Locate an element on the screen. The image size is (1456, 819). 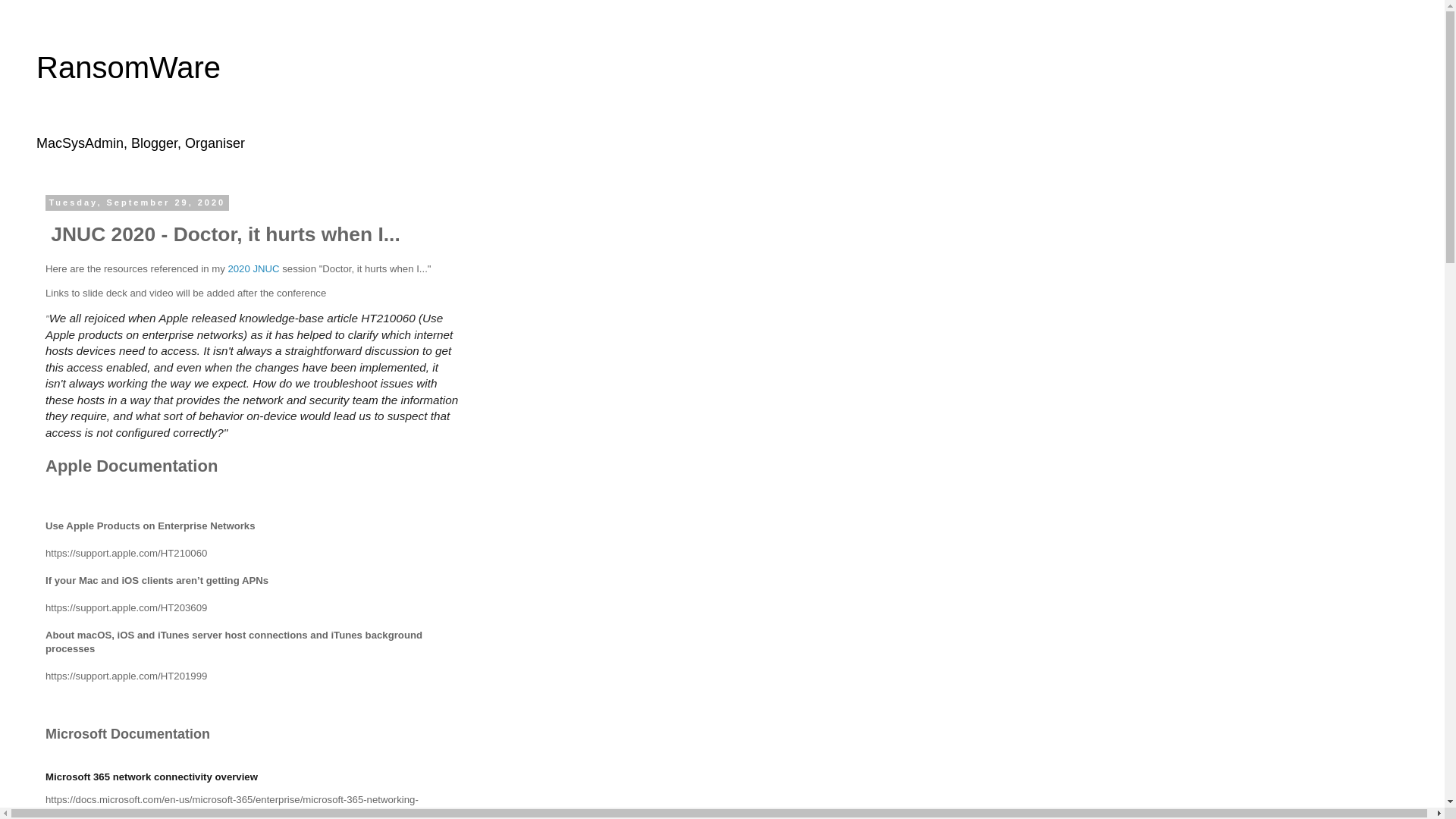
'RansomWare' is located at coordinates (36, 66).